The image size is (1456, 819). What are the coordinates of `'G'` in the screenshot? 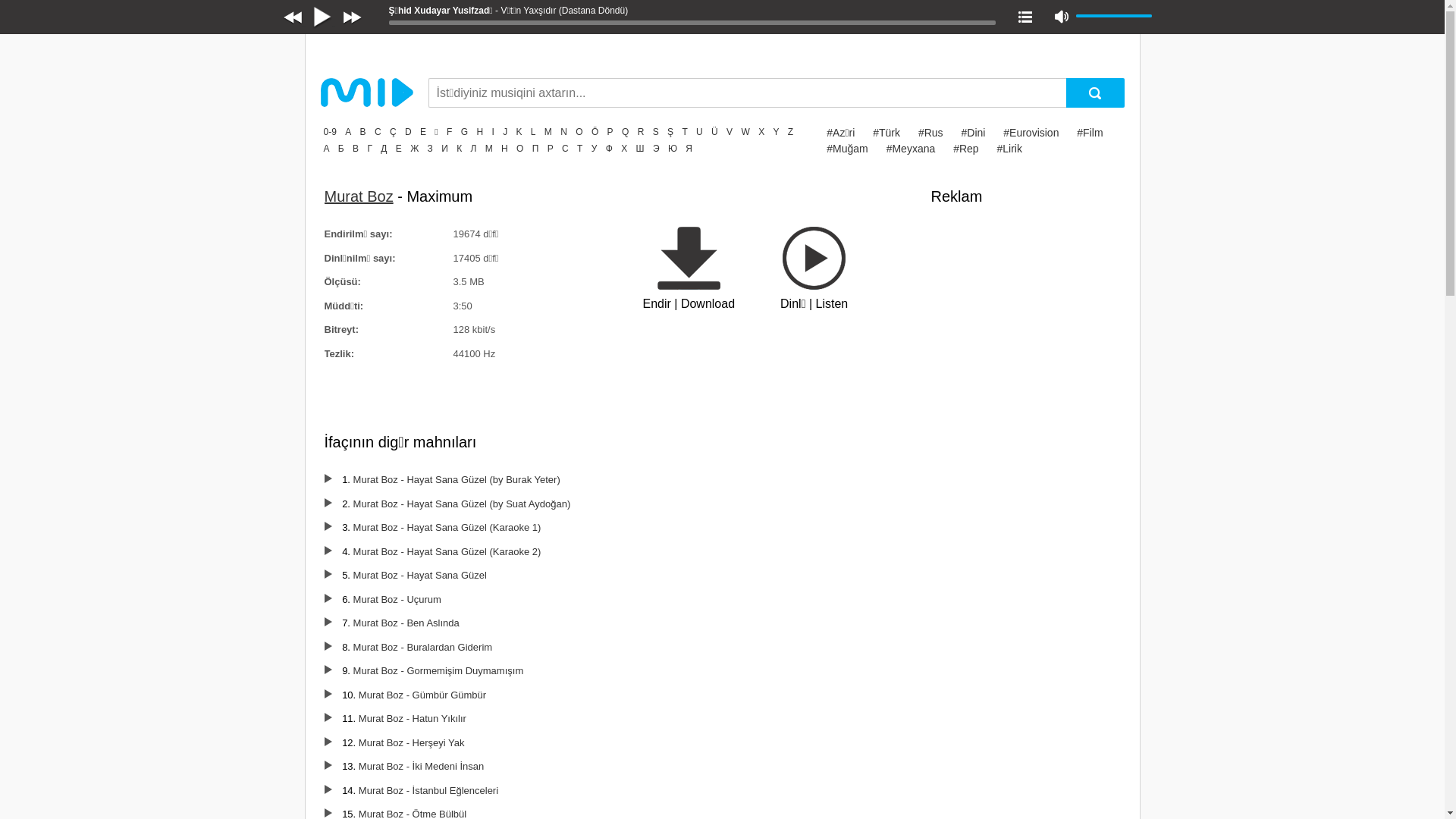 It's located at (463, 130).